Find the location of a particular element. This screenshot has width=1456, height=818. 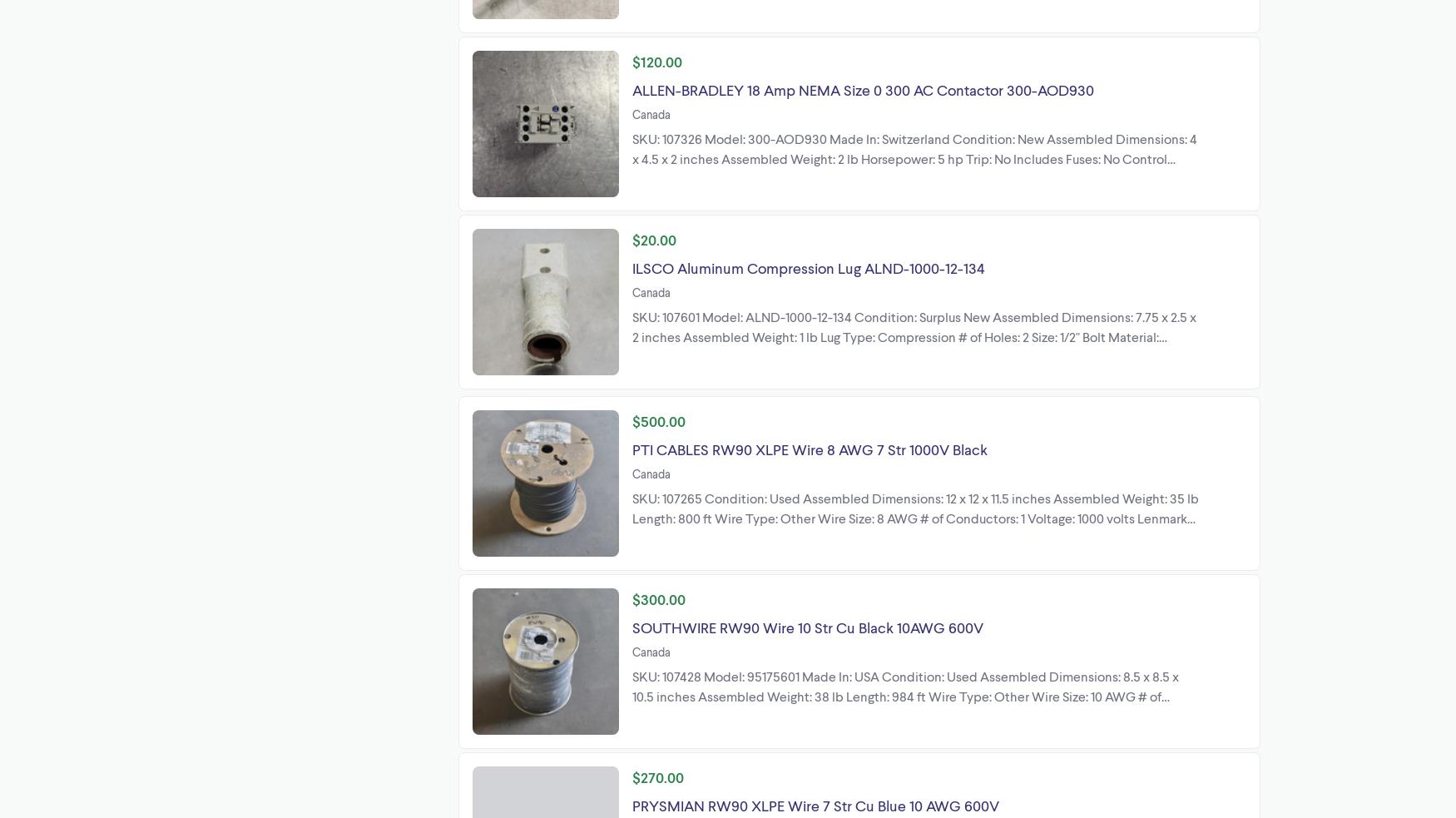

'SKU: 107428 Model: 95175601 Made In: USA Condition: Used Assembled Dimensions: 8.5 x 8.5 x 10.5 inches Assembled Weight: 38 lb Length: 984 ft Wire Type: Other Wire Size: 10 AWG # of Conductors: 1 Voltage: 600 volts Lenmark Industries Ltd 27576 51a Ave Langley, British Columbia Canada V4W4A9 Tel: 604.449.1880' is located at coordinates (631, 705).